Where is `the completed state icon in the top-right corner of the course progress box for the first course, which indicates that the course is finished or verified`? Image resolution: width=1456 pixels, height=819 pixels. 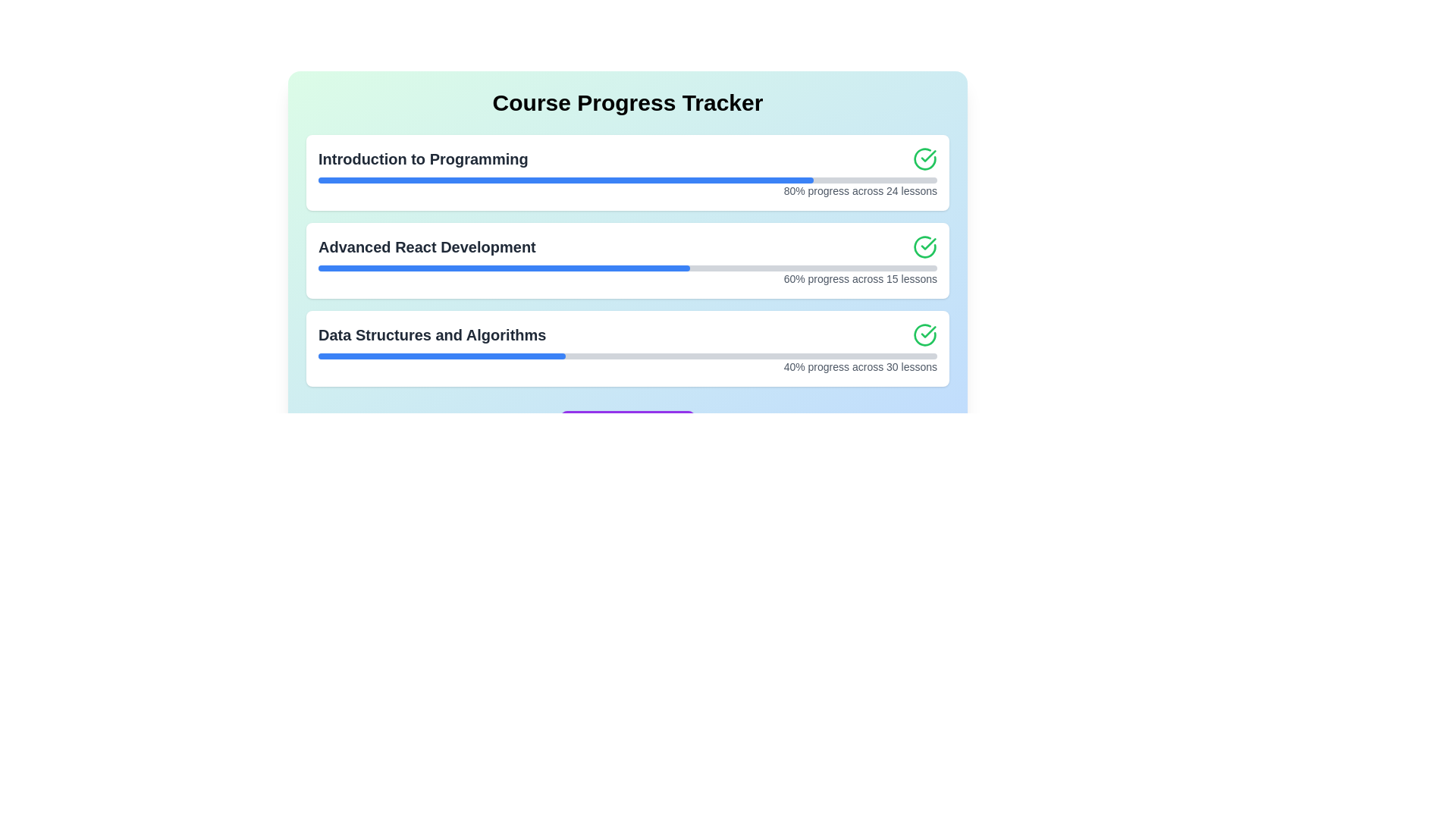 the completed state icon in the top-right corner of the course progress box for the first course, which indicates that the course is finished or verified is located at coordinates (927, 331).